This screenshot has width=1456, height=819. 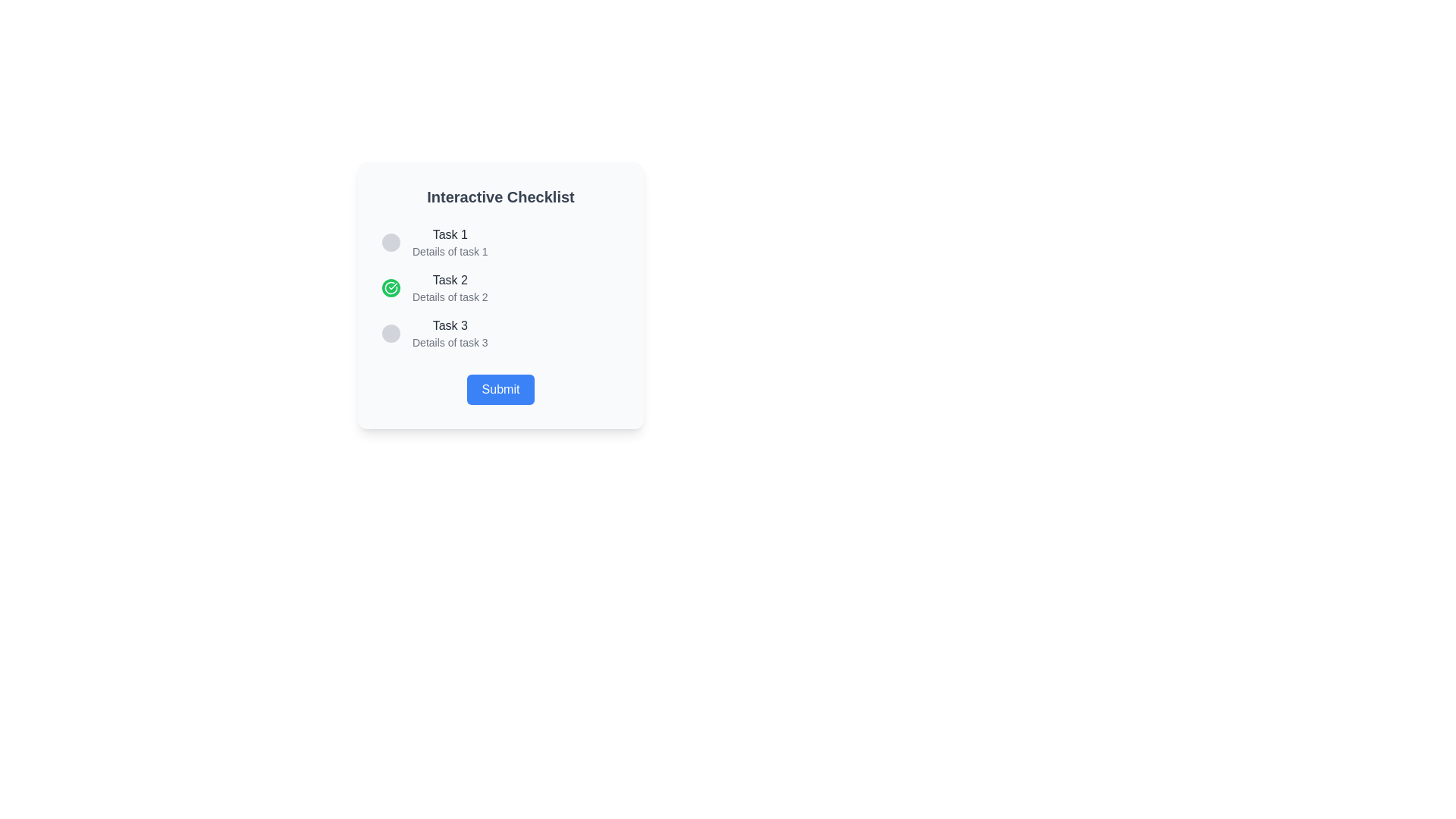 I want to click on the 'Submit' button, which is a rectangular button with a blue background and rounded corners, containing the text 'Submit' in white, located at the bottom center of the checklist card, so click(x=500, y=388).